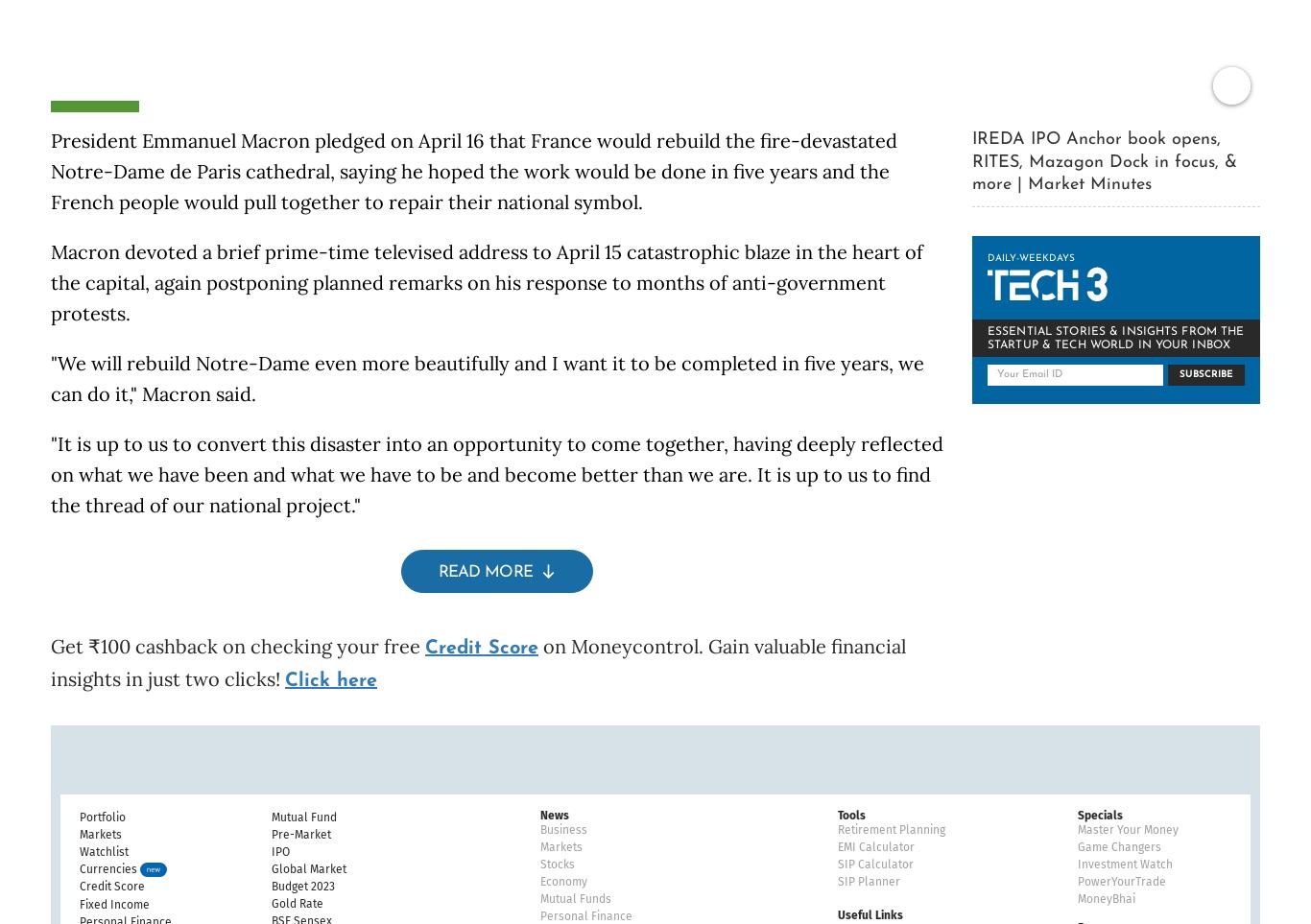 The width and height of the screenshot is (1311, 924). I want to click on 'DAILY-WEEKDAYS', so click(987, 230).